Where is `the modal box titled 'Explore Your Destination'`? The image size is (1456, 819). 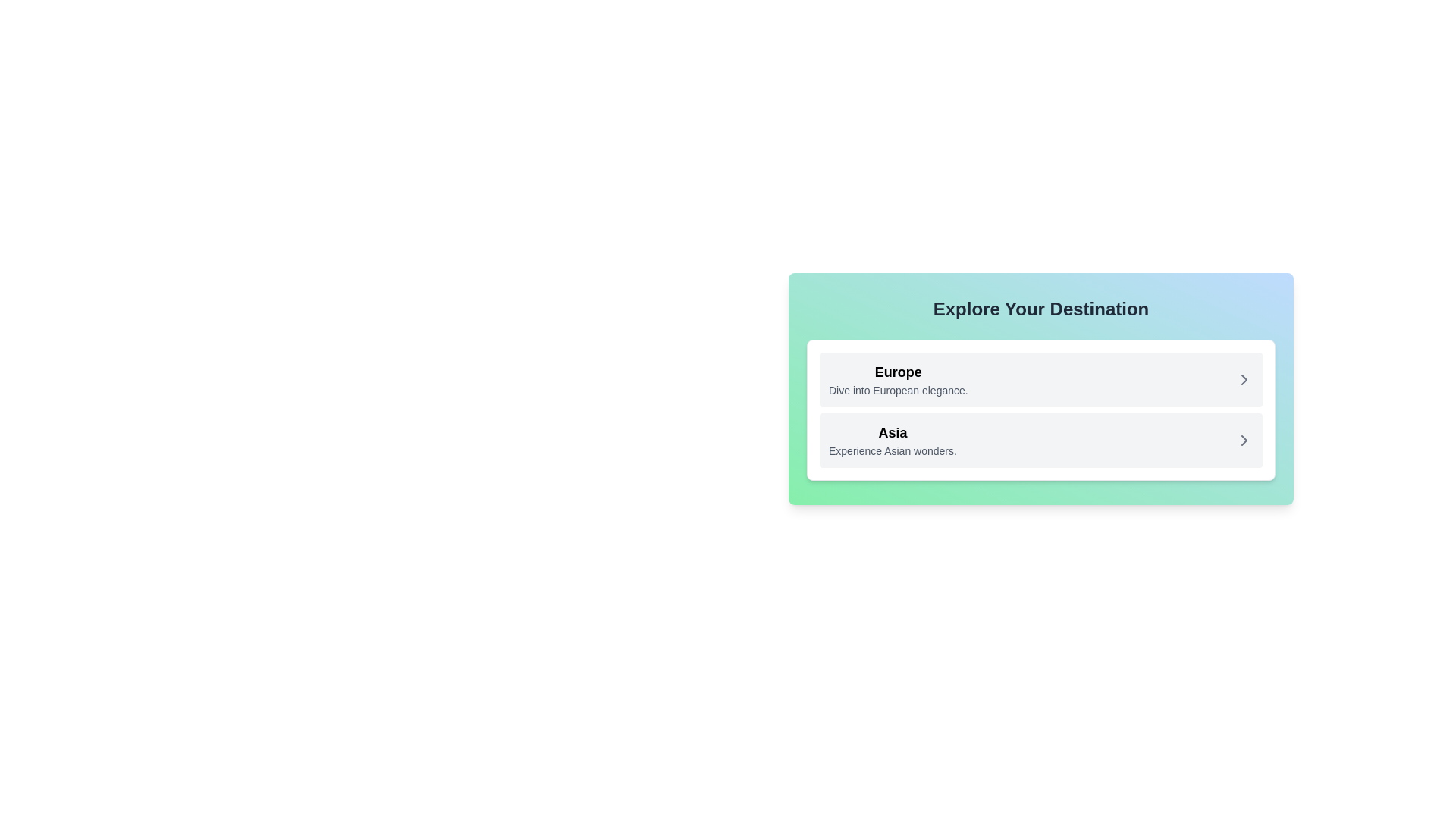
the modal box titled 'Explore Your Destination' is located at coordinates (1040, 413).